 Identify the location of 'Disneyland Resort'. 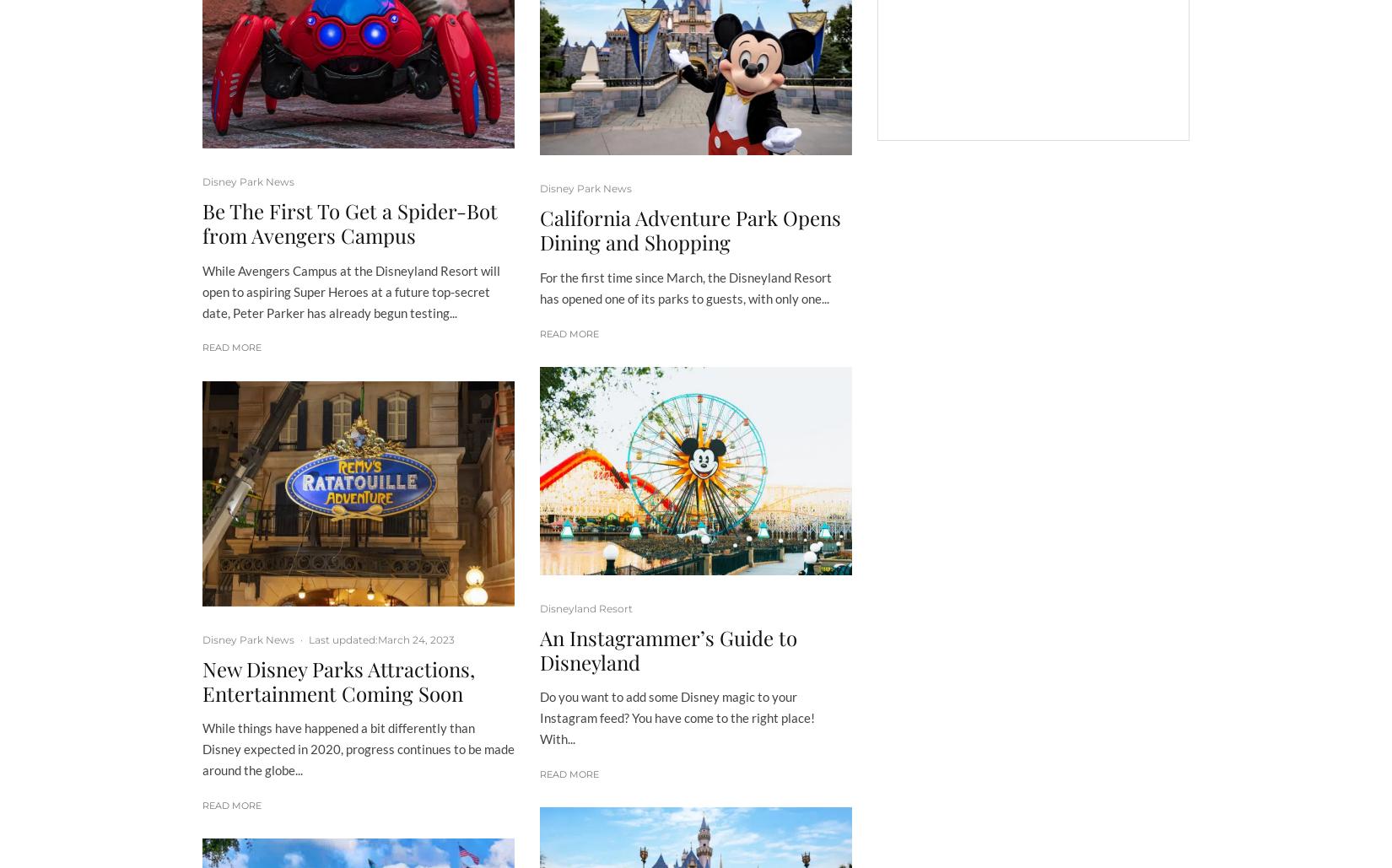
(585, 607).